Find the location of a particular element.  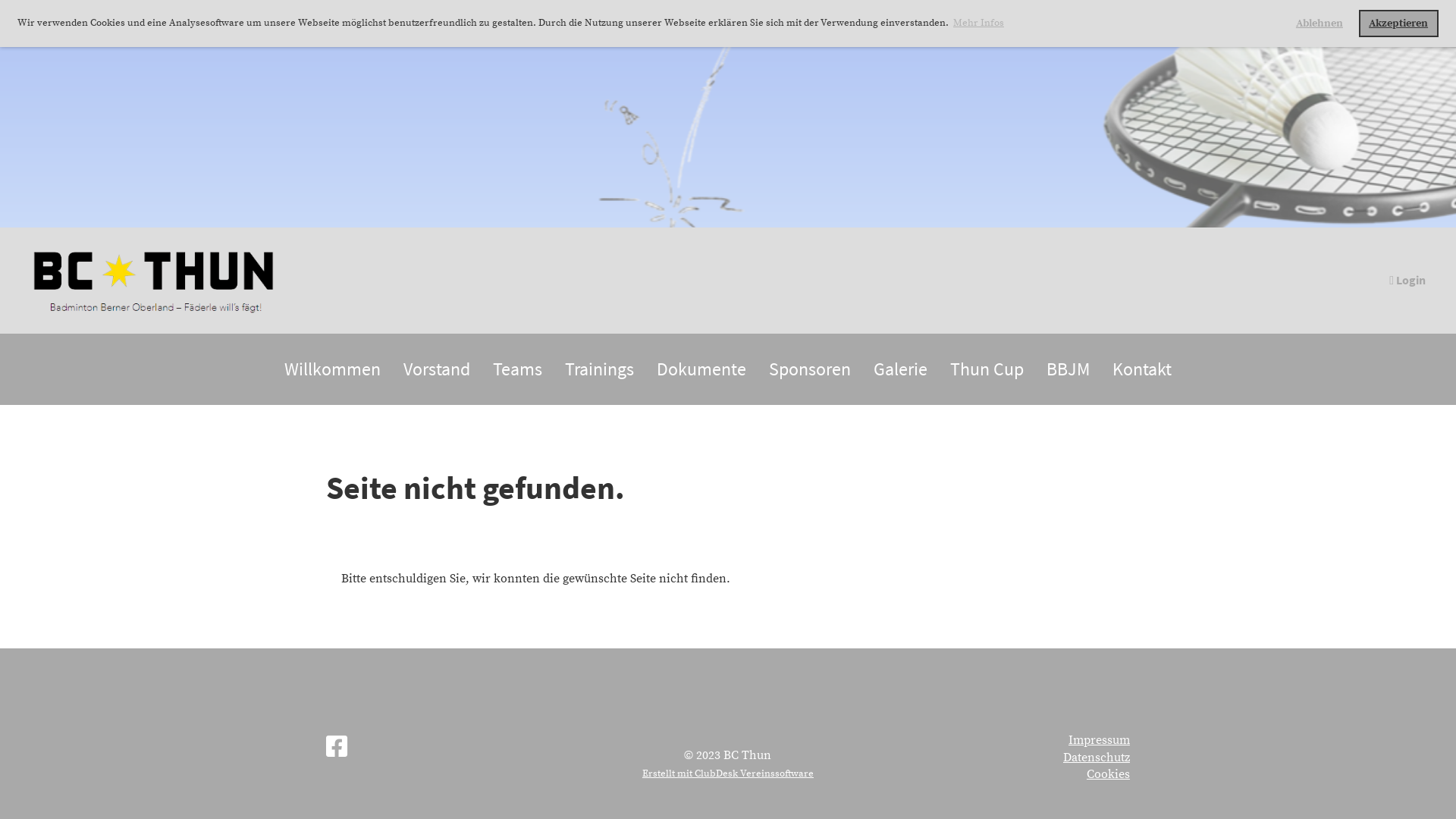

'Mehr Infos' is located at coordinates (978, 23).